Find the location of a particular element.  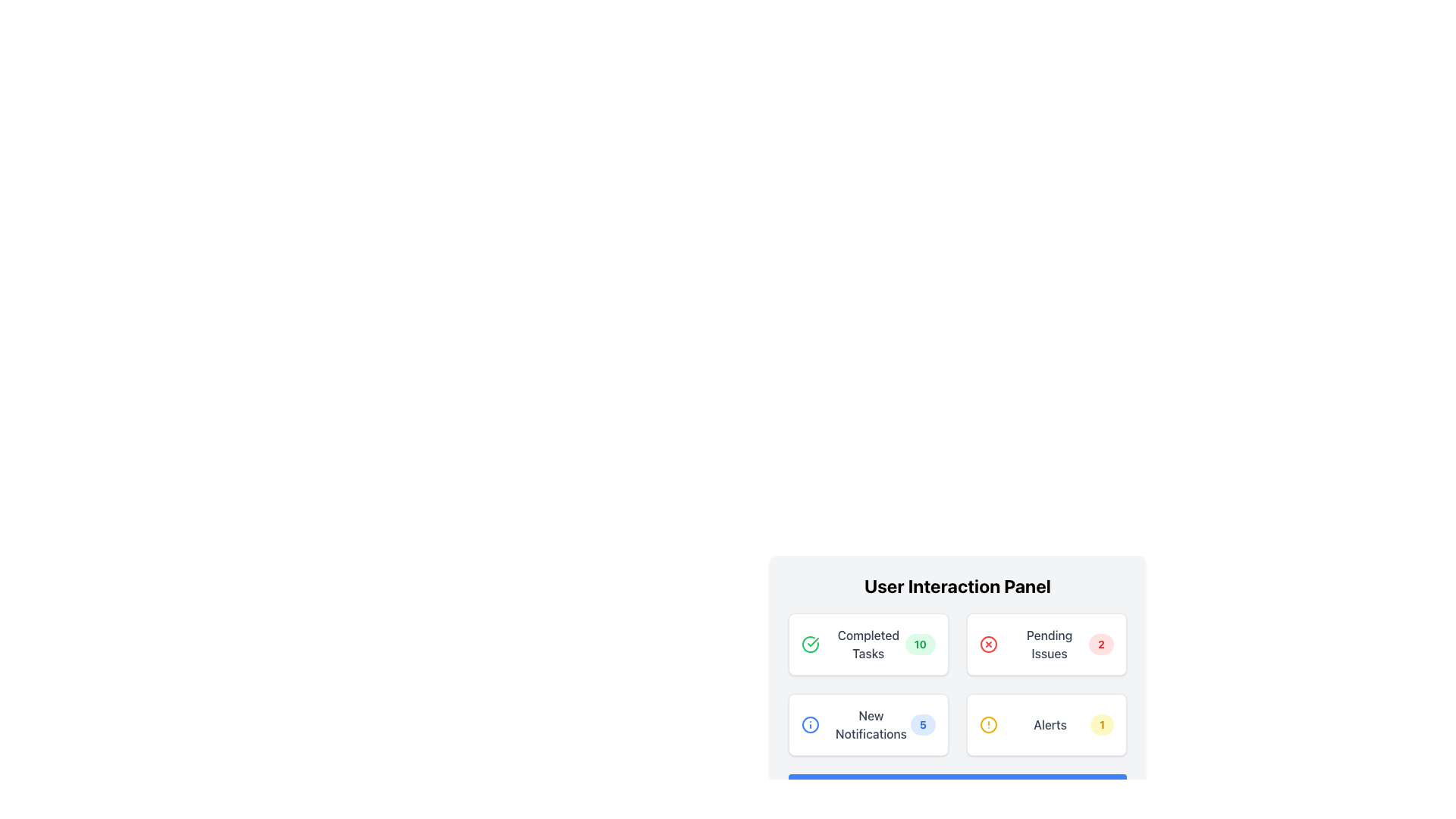

the notification title label located inside the white rounded-rectangle card in the bottom-left quadrant of the User Interaction Panel is located at coordinates (871, 724).